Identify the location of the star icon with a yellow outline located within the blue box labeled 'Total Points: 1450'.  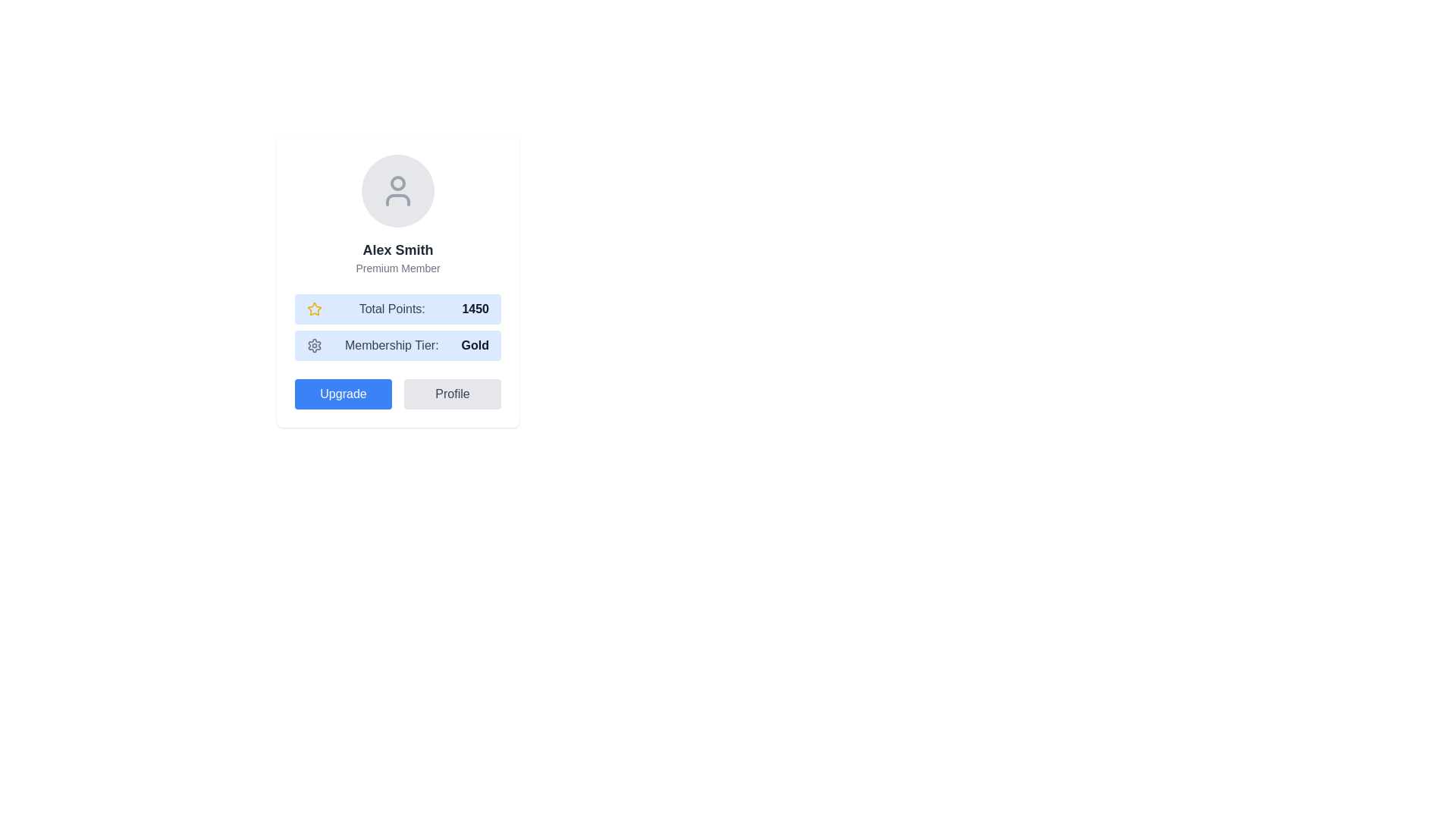
(313, 309).